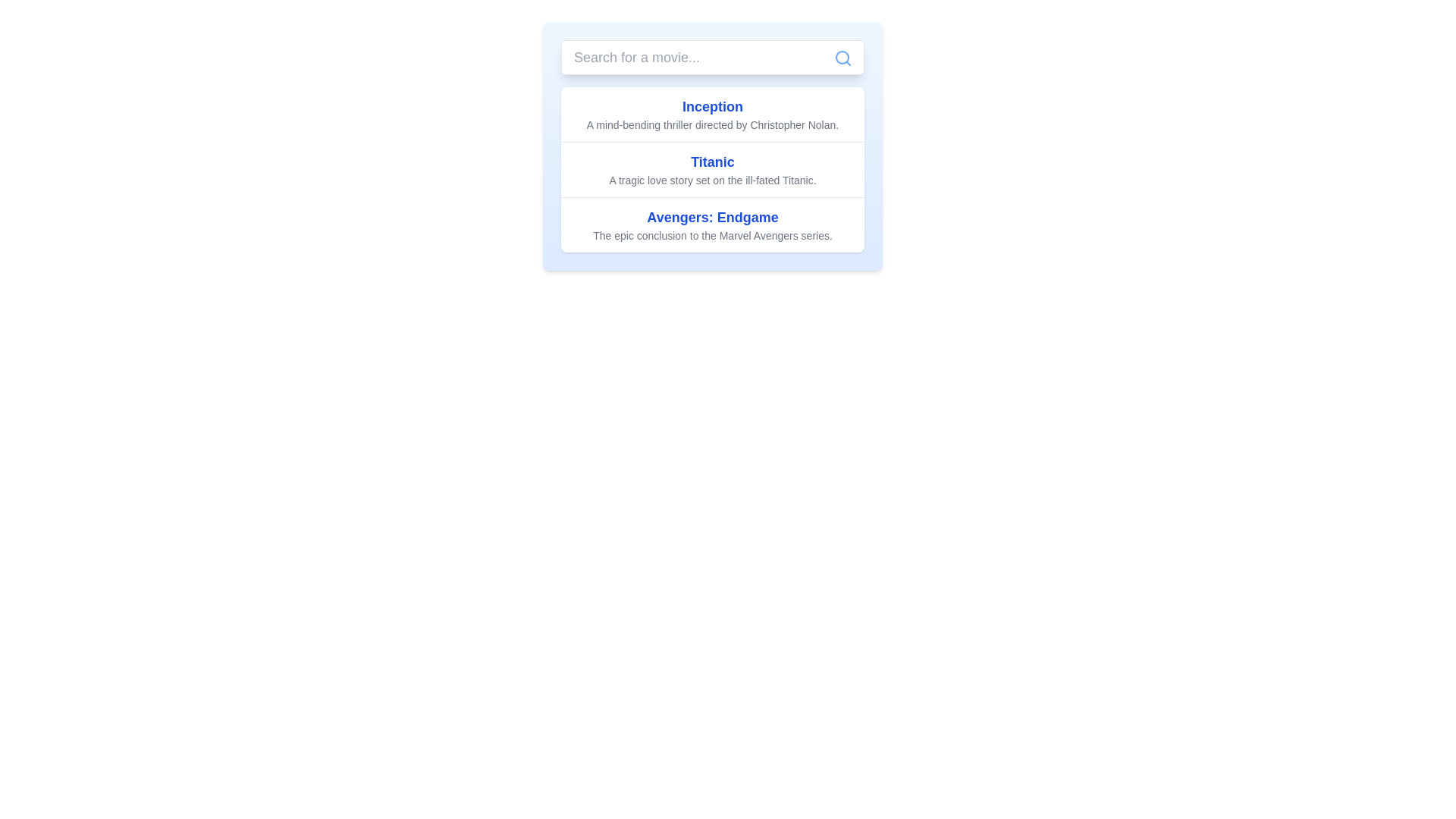 The height and width of the screenshot is (819, 1456). What do you see at coordinates (712, 106) in the screenshot?
I see `the Text display element that shows the title 'Inception' in bold blue font, positioned at the top of the movie titles list` at bounding box center [712, 106].